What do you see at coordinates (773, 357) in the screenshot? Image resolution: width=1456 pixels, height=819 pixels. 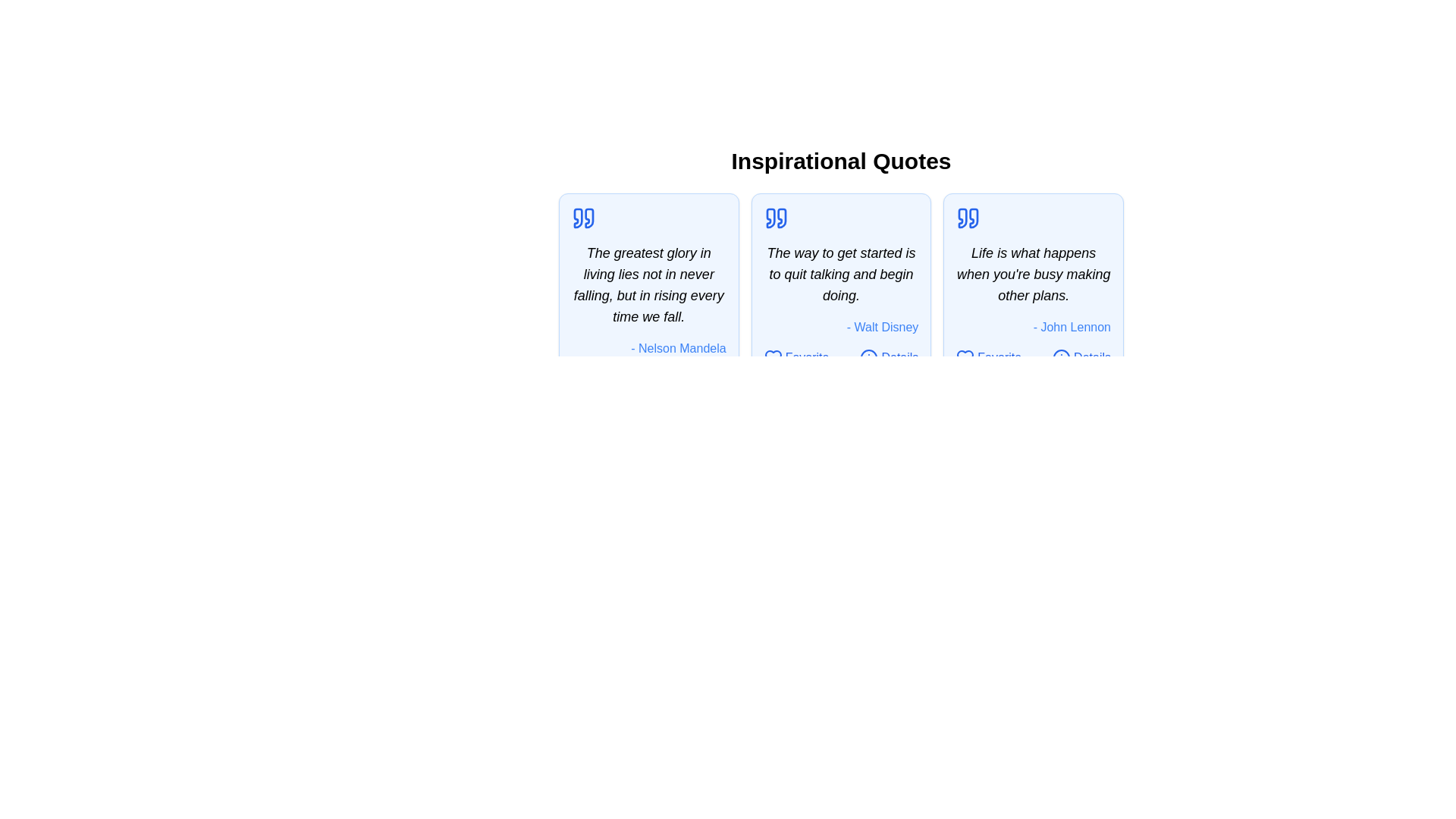 I see `the heart-shaped icon located at the bottom-left corner of the card containing the quote 'The way to get started is to quit talking and begin doing.'` at bounding box center [773, 357].